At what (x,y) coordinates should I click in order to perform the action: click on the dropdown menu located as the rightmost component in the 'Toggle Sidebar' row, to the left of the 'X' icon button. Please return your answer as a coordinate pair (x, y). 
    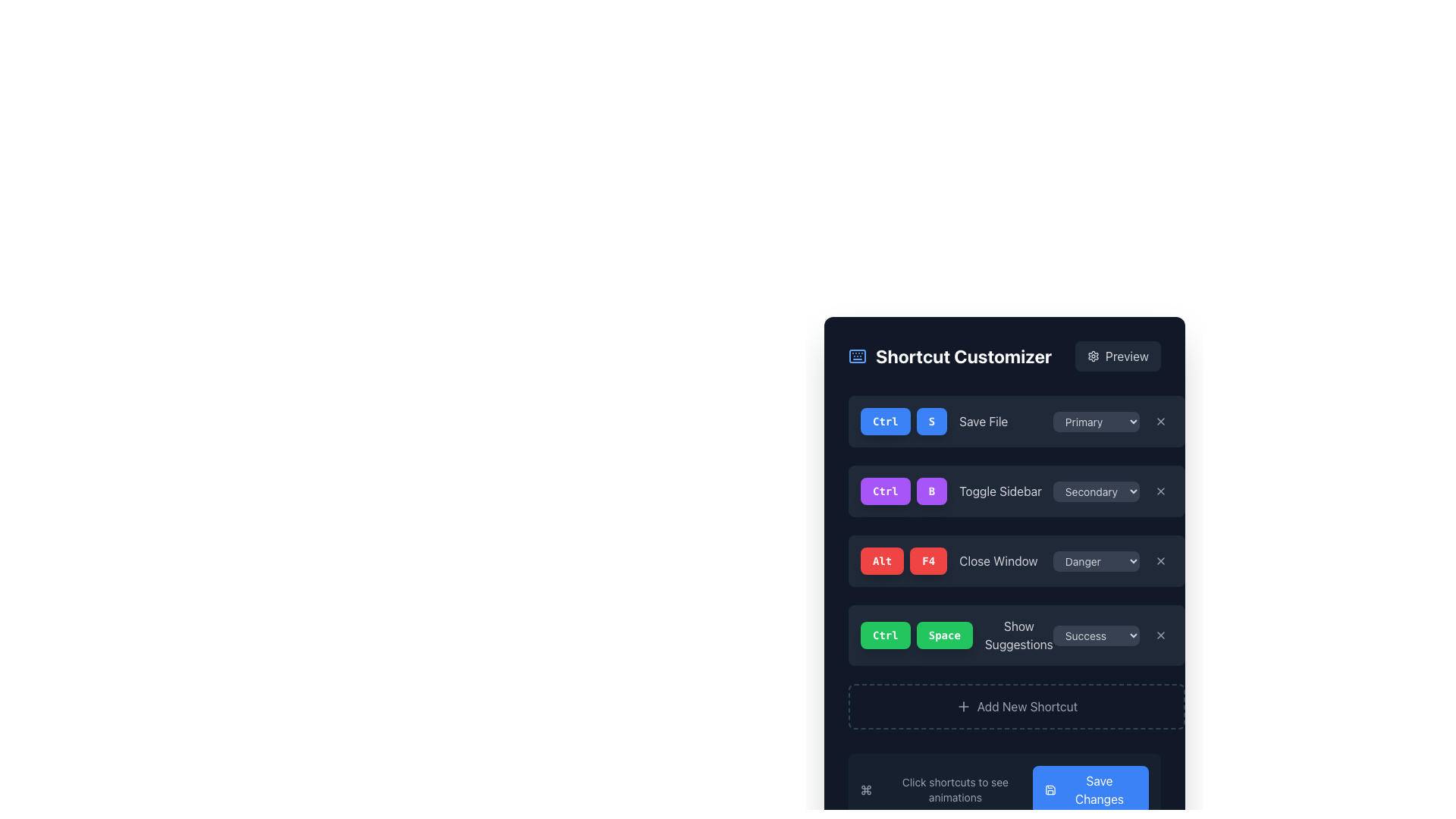
    Looking at the image, I should click on (1112, 491).